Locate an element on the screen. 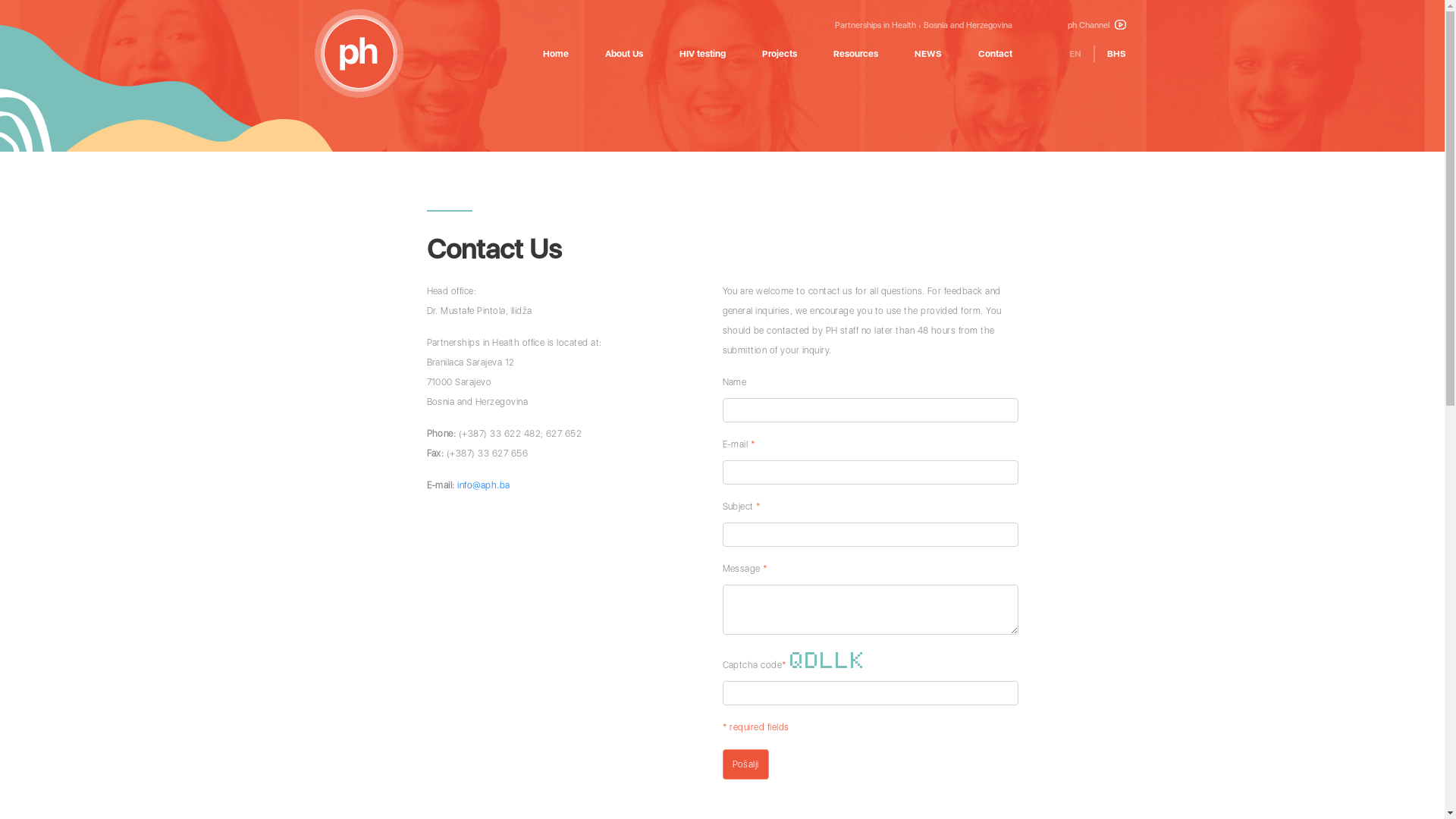  'Projects' is located at coordinates (779, 52).